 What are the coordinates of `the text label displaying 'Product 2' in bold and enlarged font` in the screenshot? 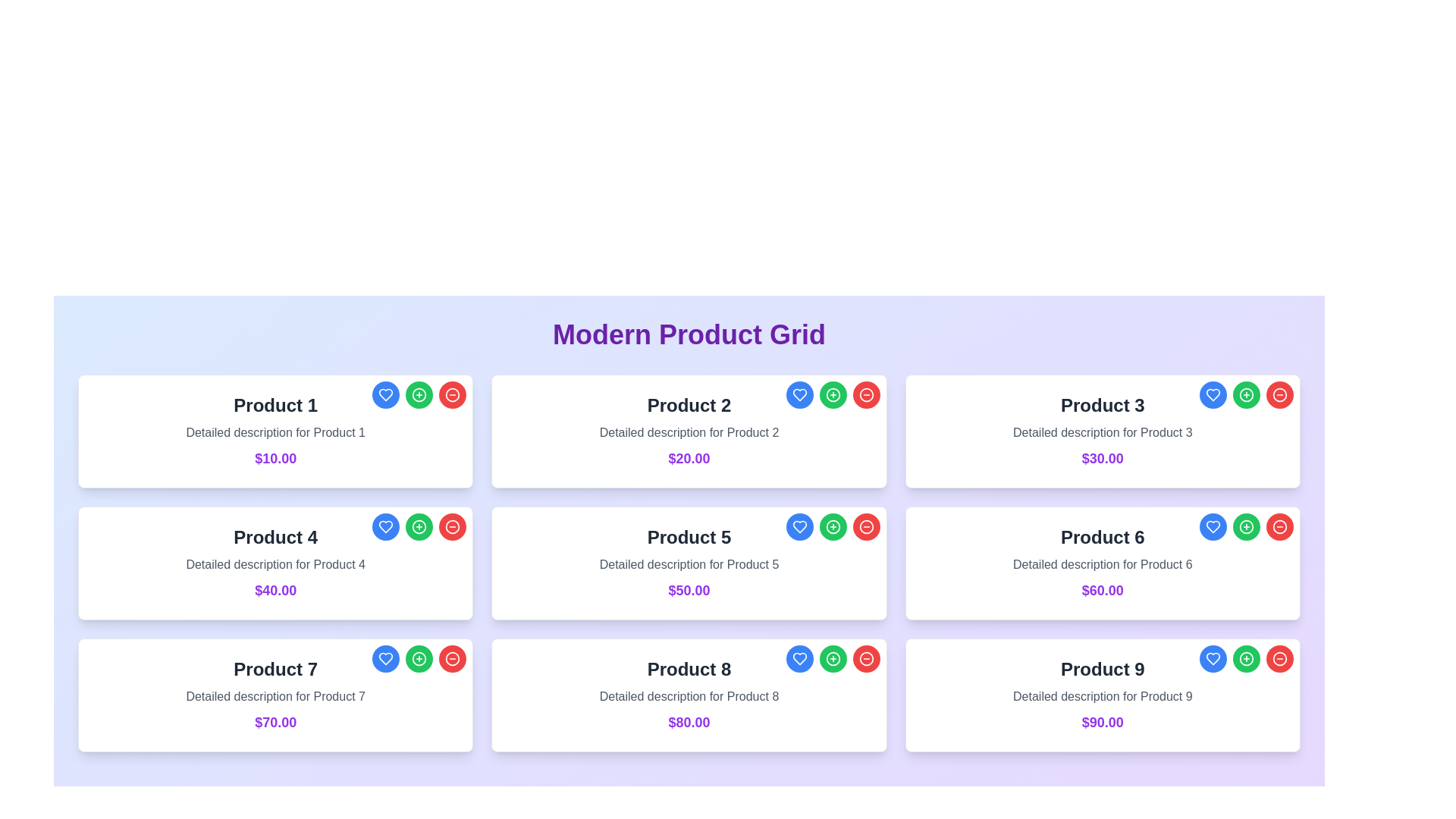 It's located at (688, 405).